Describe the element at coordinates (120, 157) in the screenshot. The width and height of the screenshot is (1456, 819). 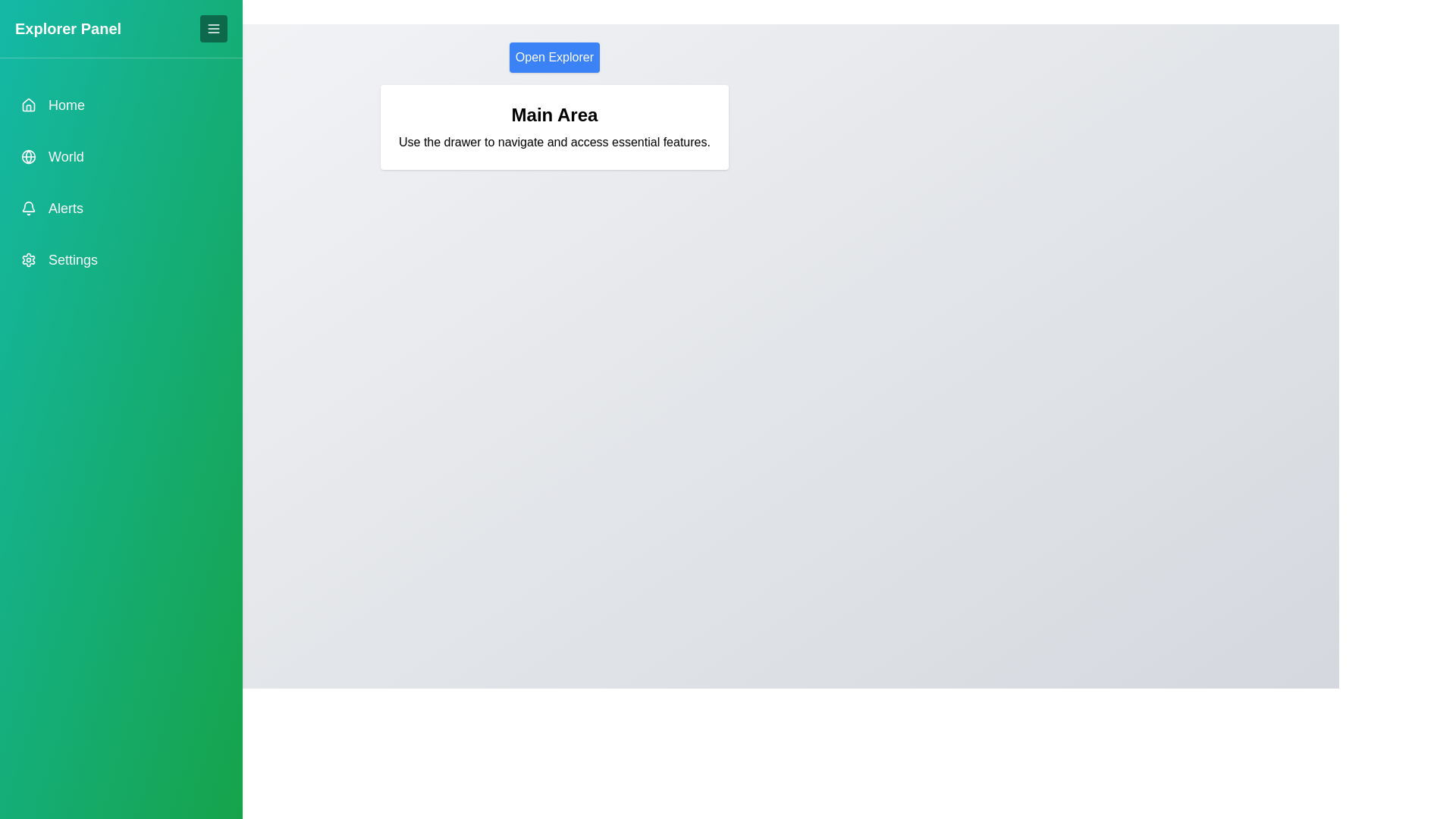
I see `the menu item World in the drawer to navigate to the corresponding section` at that location.